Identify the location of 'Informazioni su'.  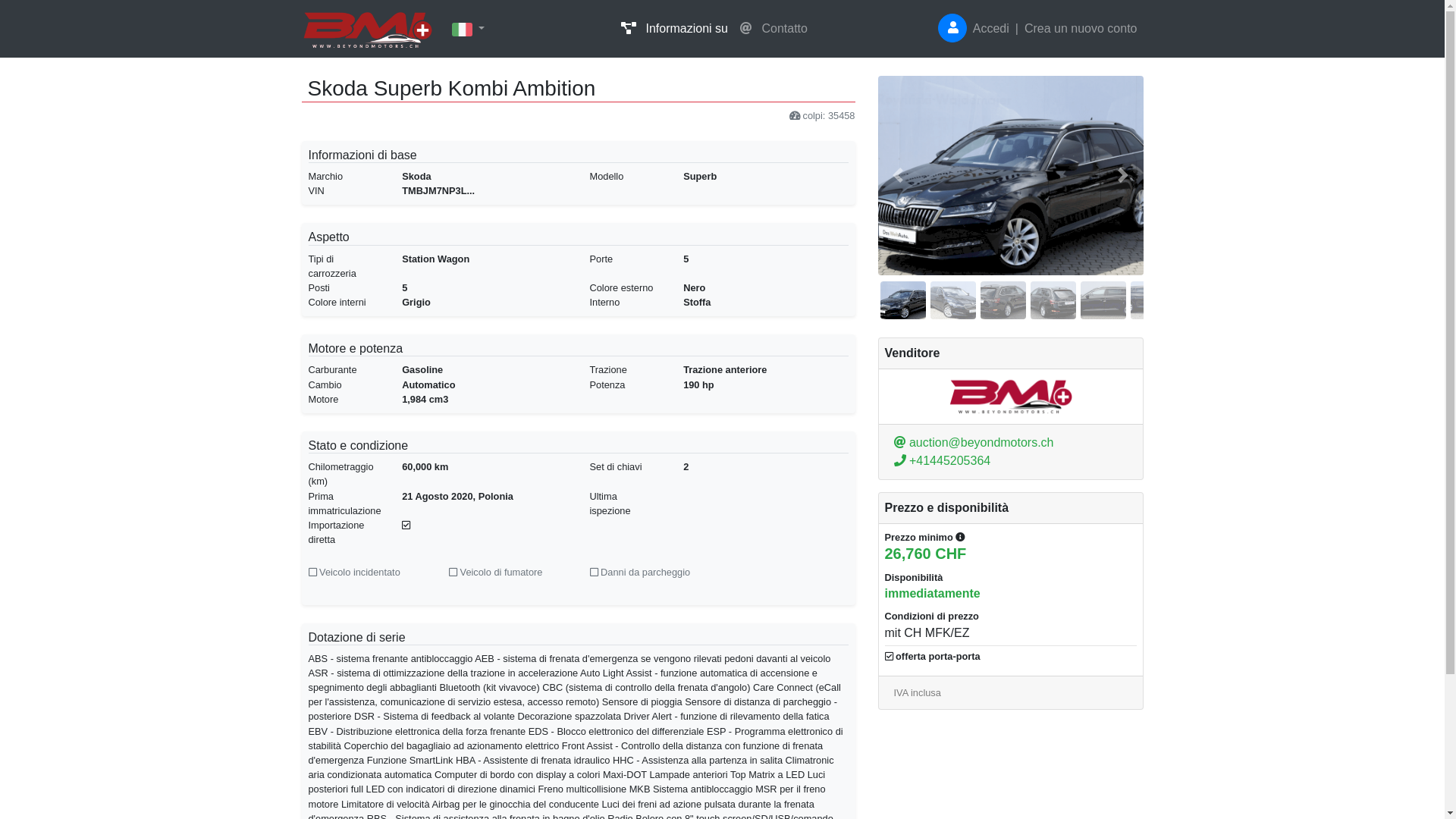
(615, 29).